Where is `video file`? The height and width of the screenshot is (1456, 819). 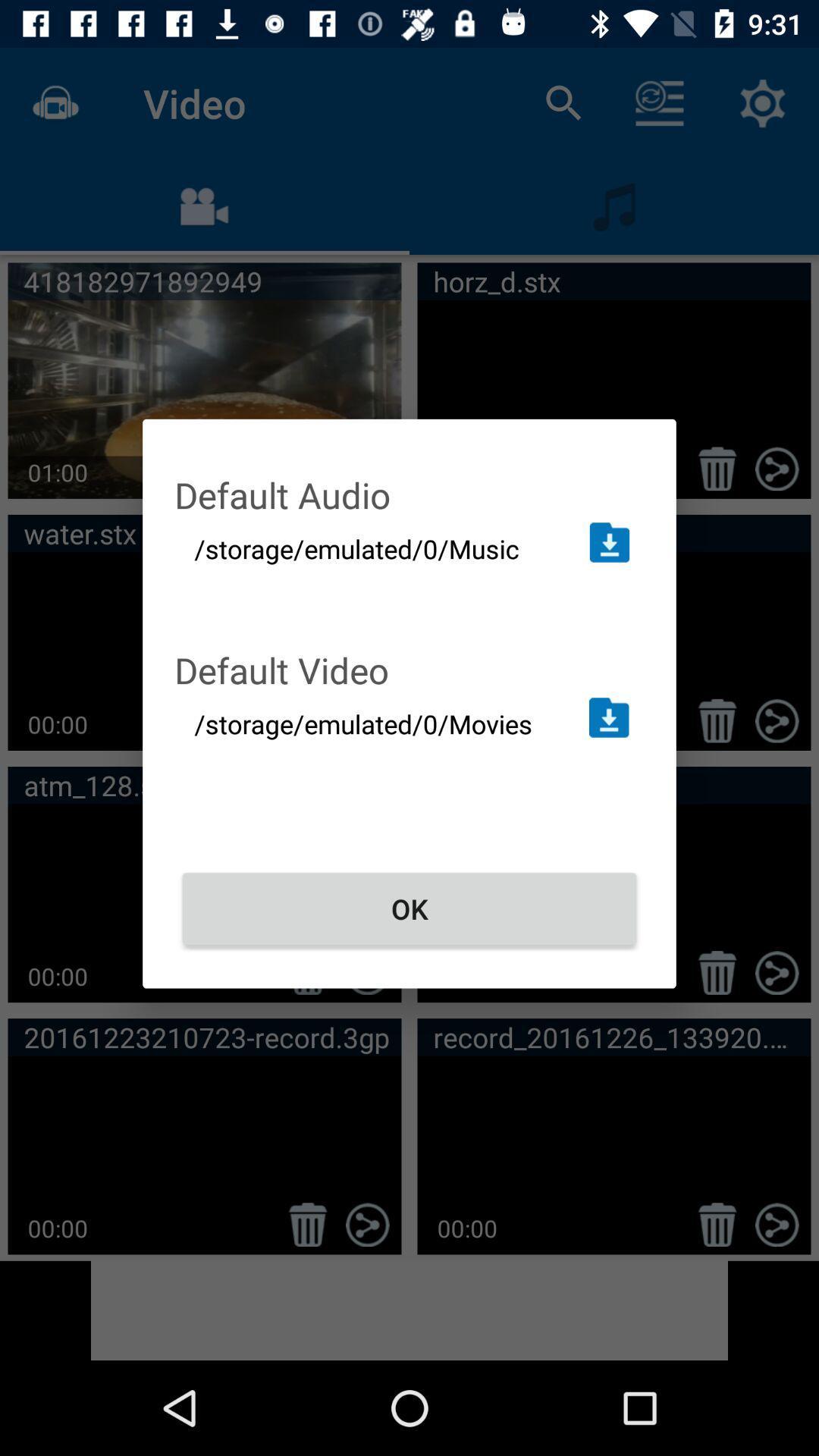 video file is located at coordinates (608, 717).